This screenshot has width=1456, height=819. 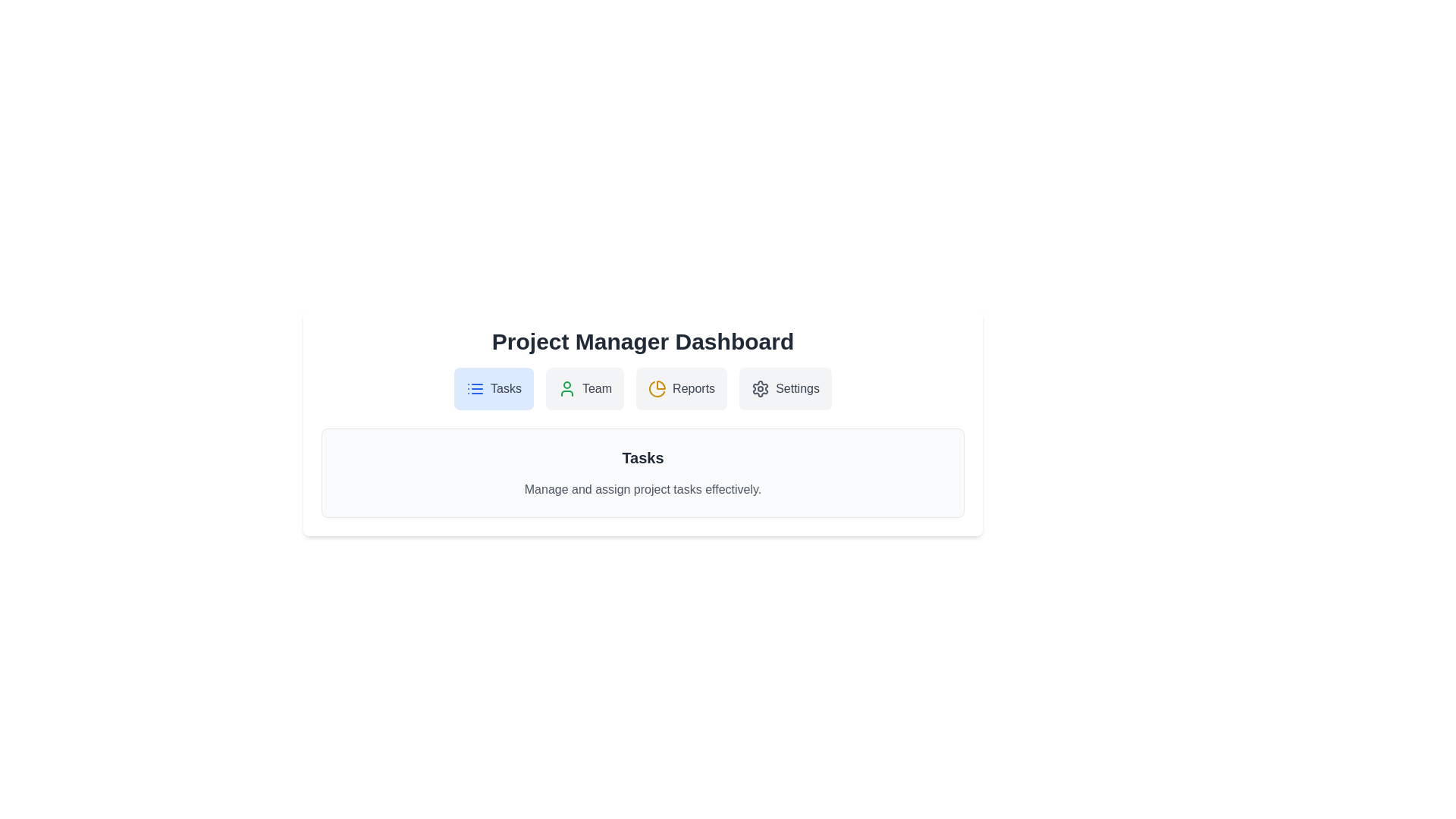 I want to click on the Team tab, so click(x=584, y=388).